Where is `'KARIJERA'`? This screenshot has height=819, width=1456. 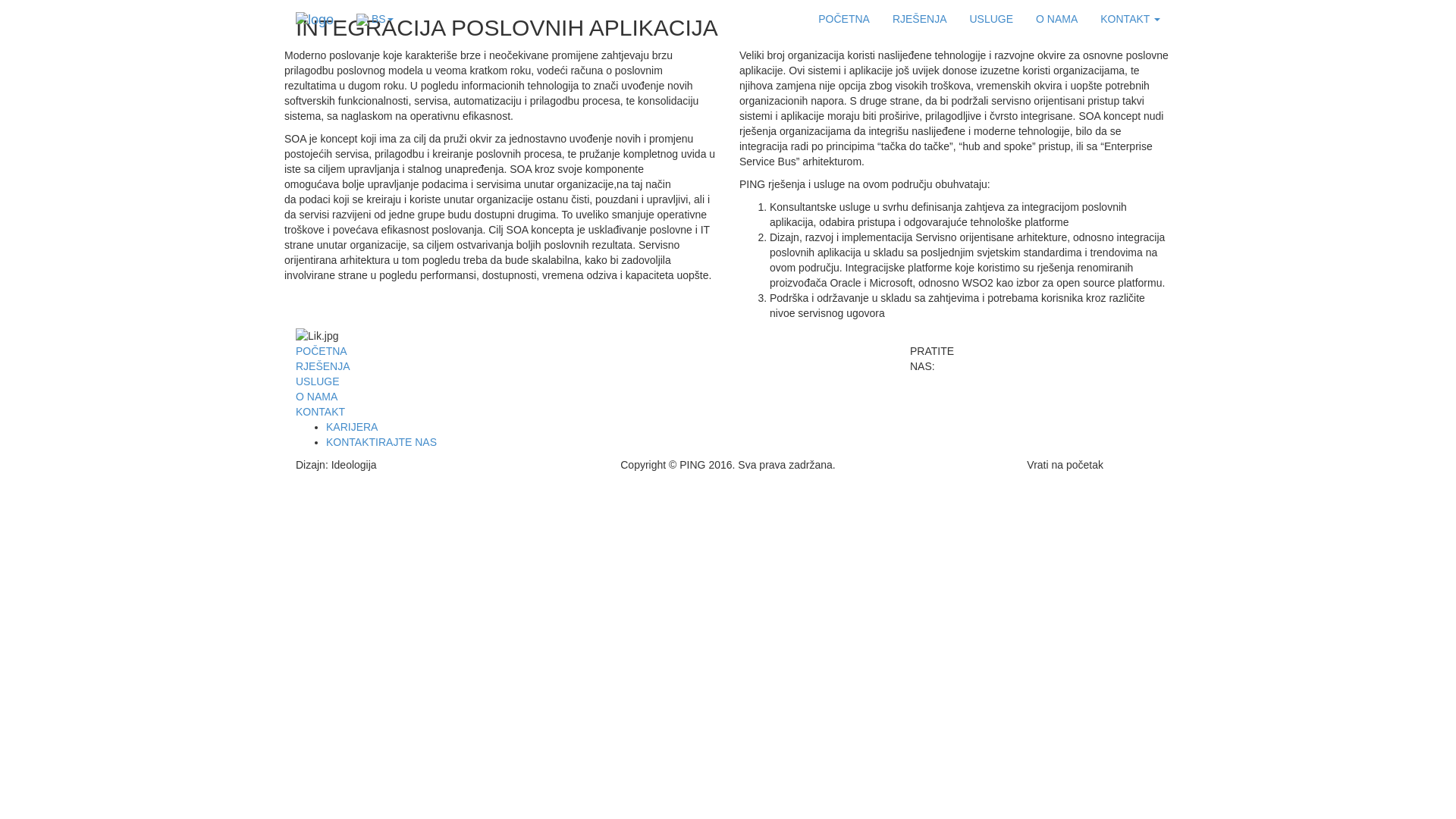 'KARIJERA' is located at coordinates (351, 427).